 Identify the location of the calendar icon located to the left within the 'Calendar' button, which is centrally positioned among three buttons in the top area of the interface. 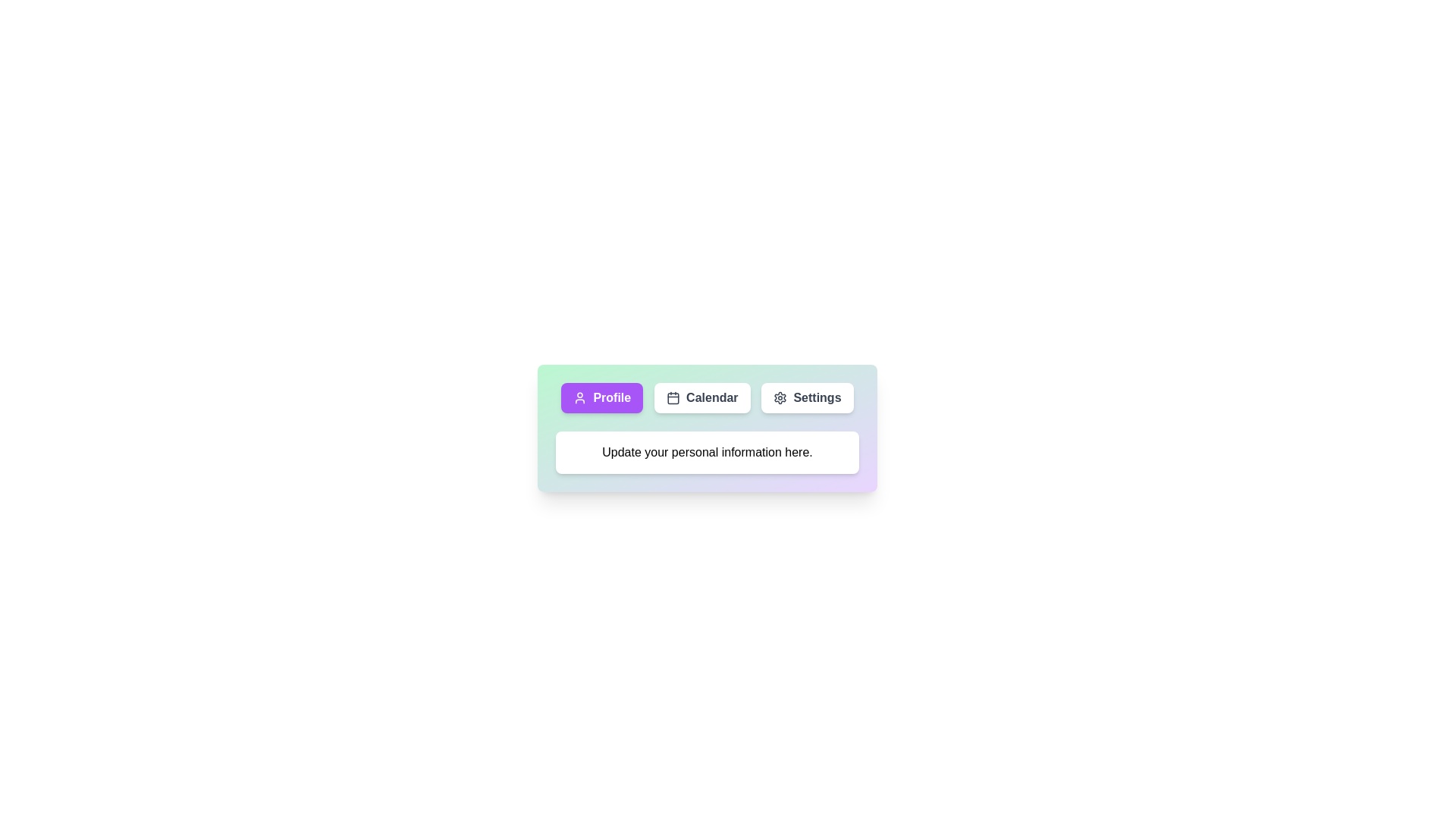
(673, 397).